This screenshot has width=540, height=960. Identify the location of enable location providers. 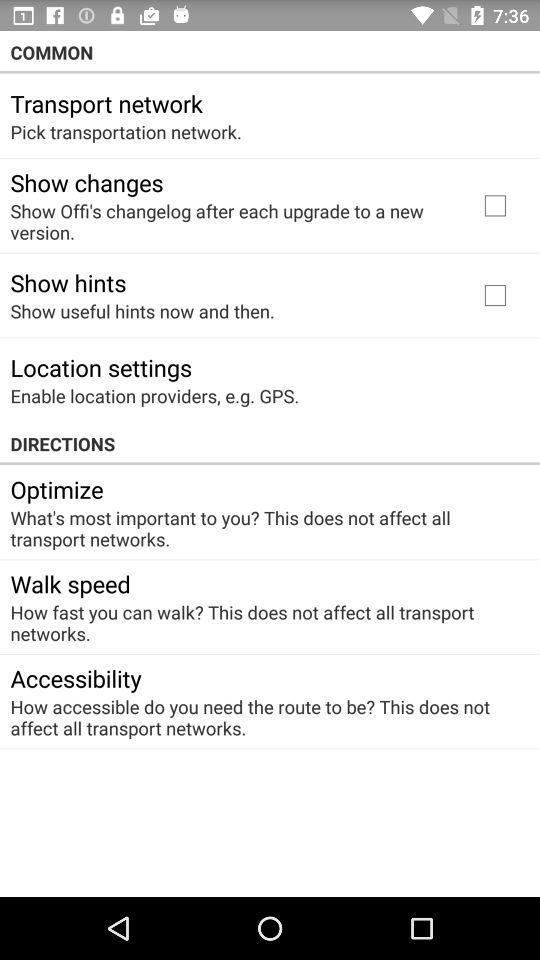
(153, 395).